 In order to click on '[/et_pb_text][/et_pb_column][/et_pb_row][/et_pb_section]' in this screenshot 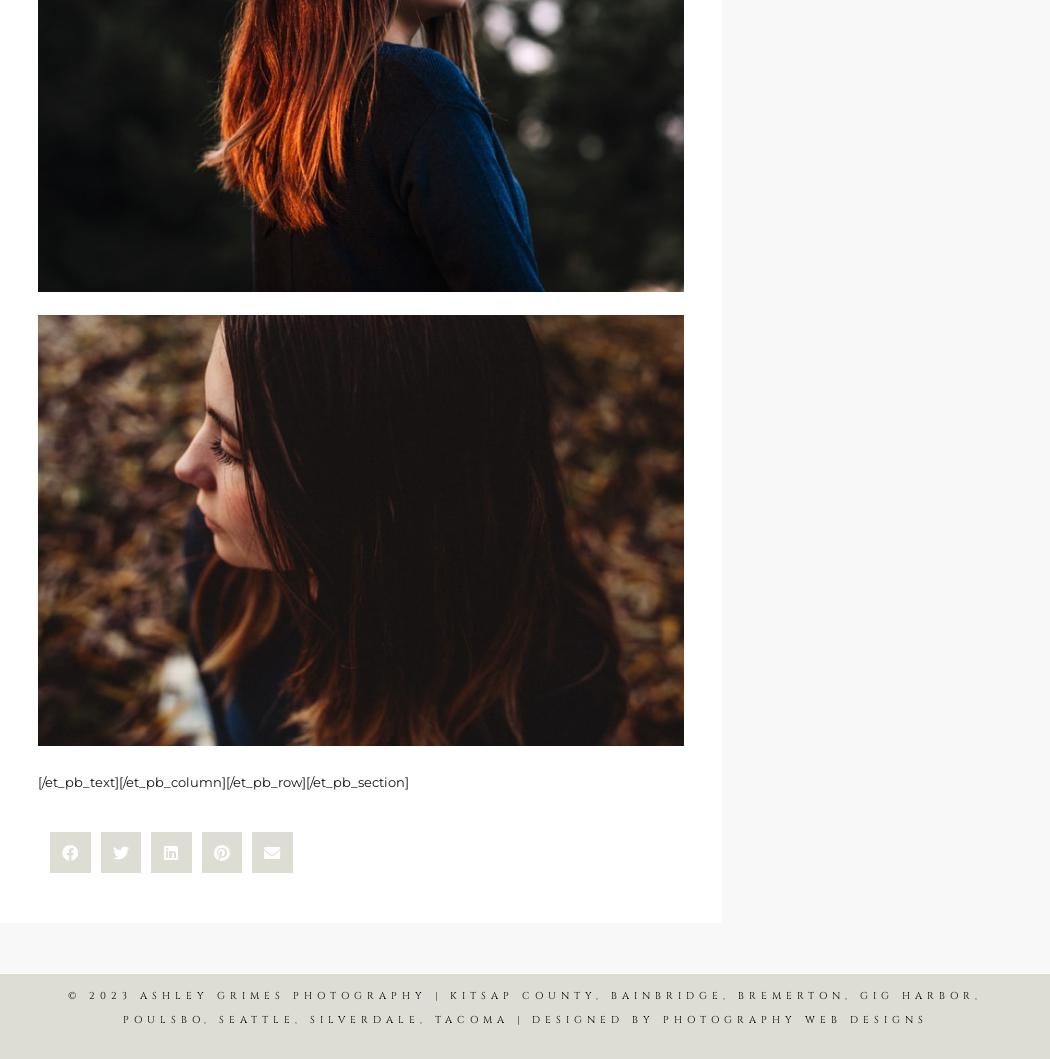, I will do `click(222, 780)`.